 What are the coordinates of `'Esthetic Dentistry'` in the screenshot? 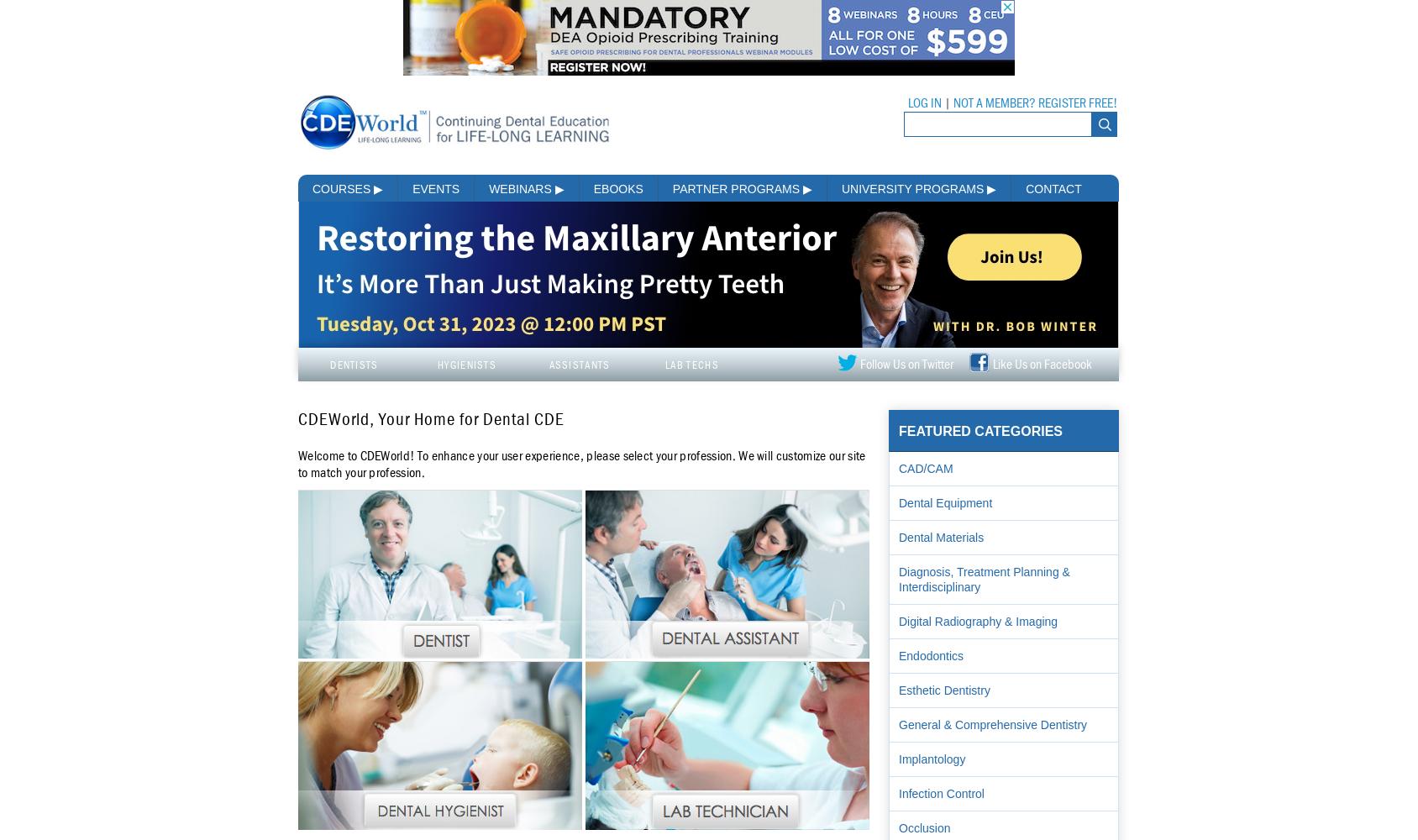 It's located at (943, 689).